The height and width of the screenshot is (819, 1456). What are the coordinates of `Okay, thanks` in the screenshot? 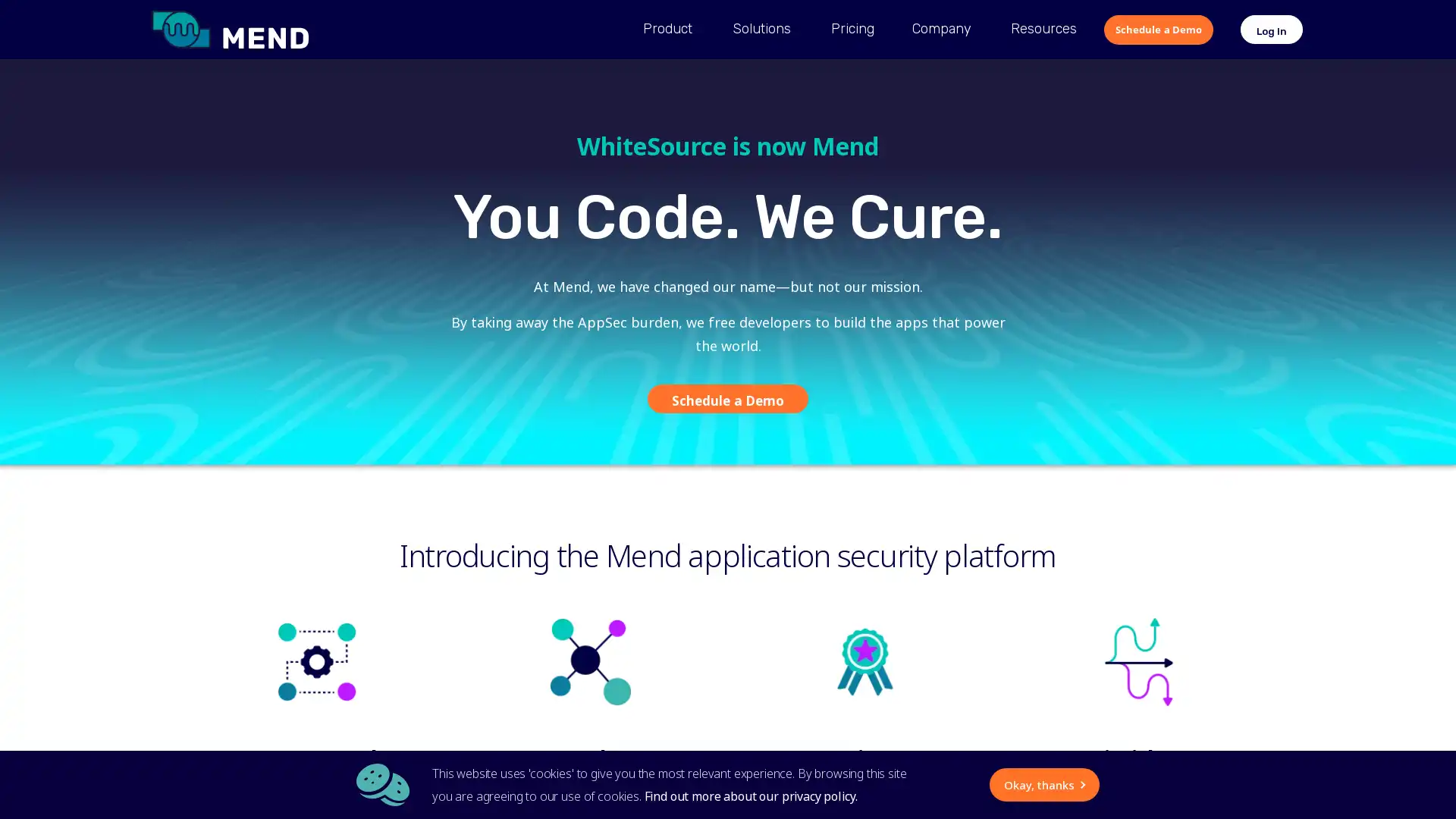 It's located at (900, 784).